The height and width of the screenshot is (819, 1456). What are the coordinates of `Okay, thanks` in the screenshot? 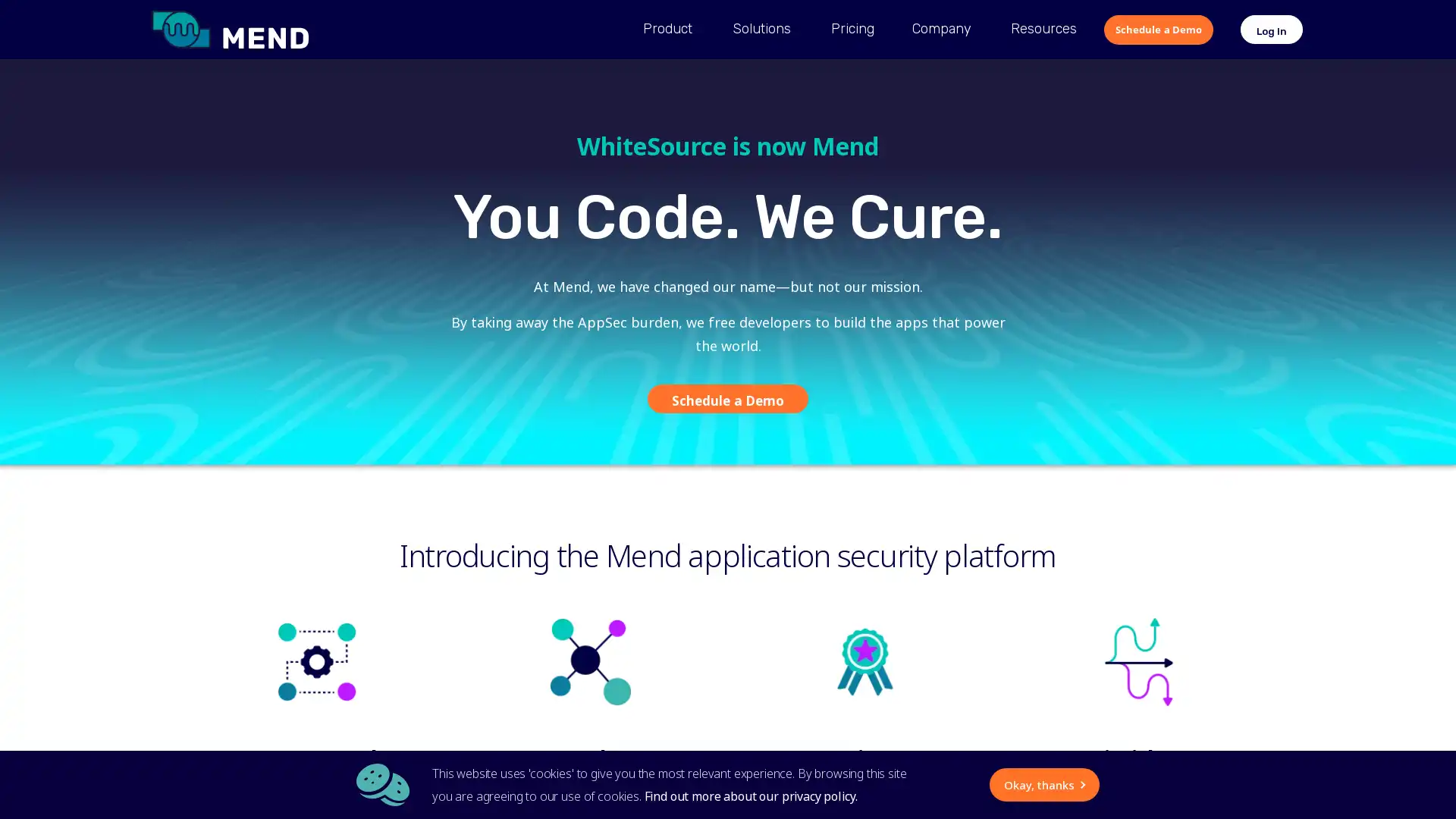 It's located at (900, 784).